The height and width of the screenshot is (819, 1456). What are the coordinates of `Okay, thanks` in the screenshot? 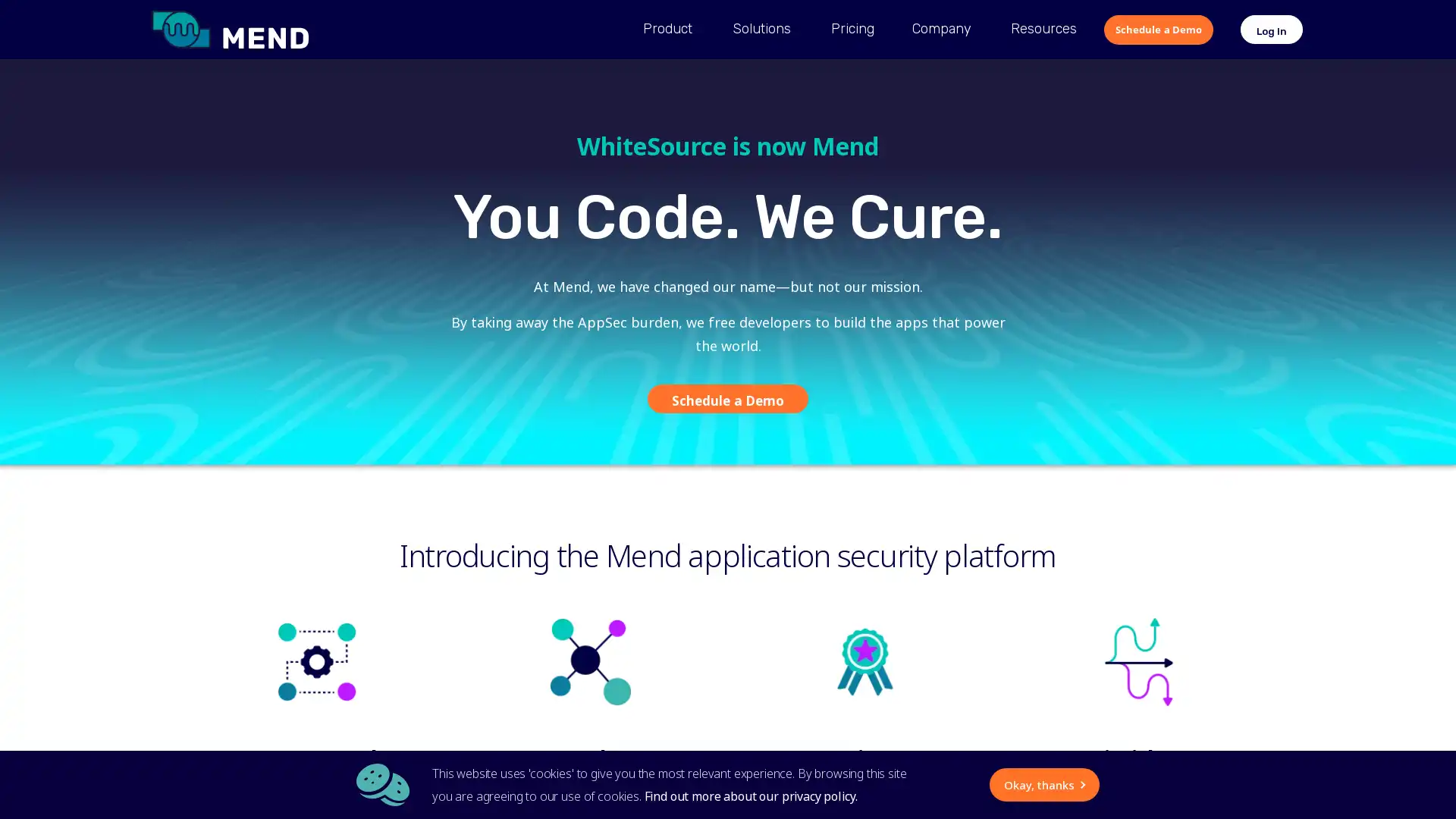 It's located at (900, 784).